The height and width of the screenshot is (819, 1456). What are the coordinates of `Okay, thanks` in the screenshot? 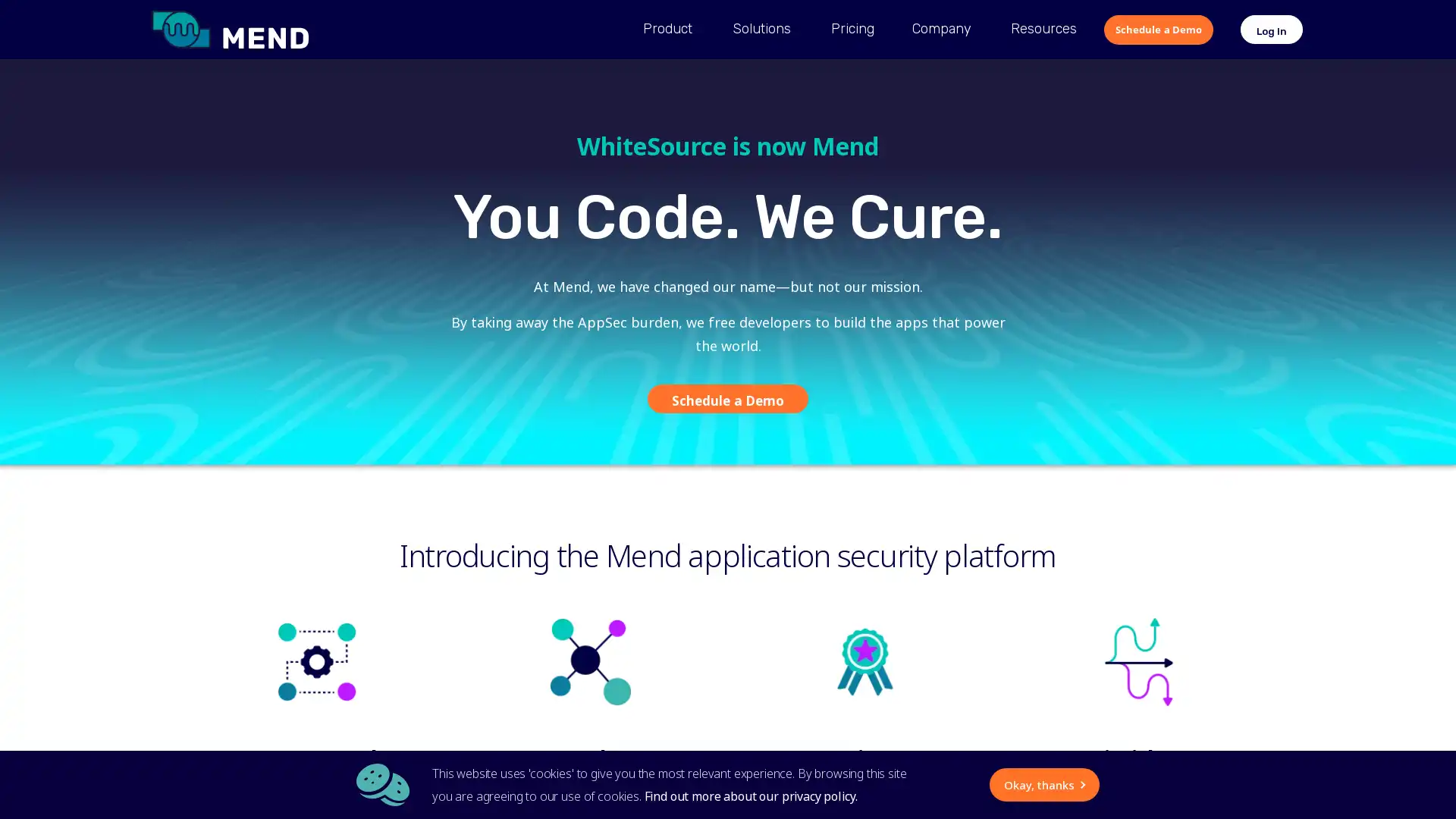 It's located at (900, 784).